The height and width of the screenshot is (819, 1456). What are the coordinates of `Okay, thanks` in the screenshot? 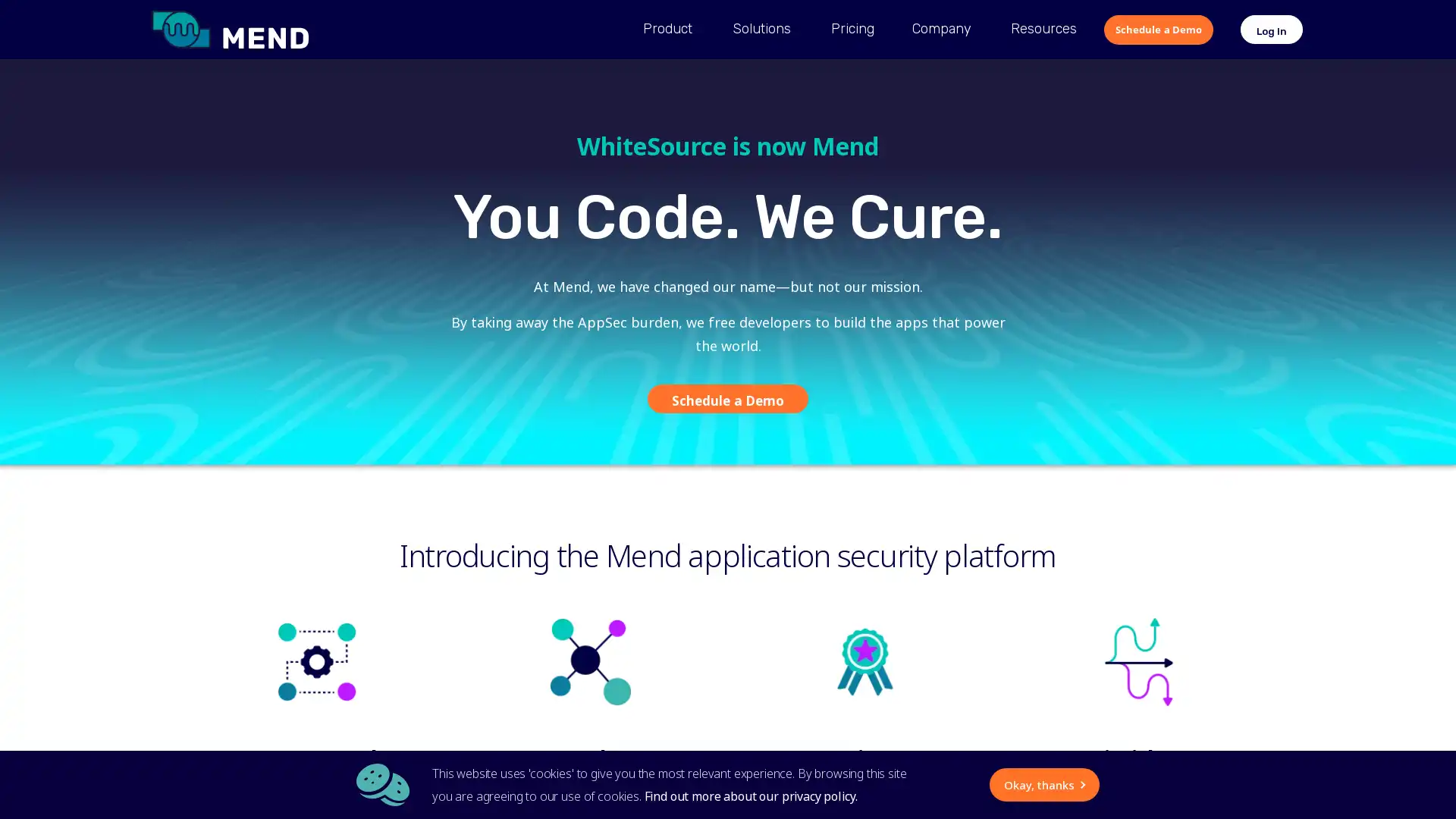 It's located at (900, 784).